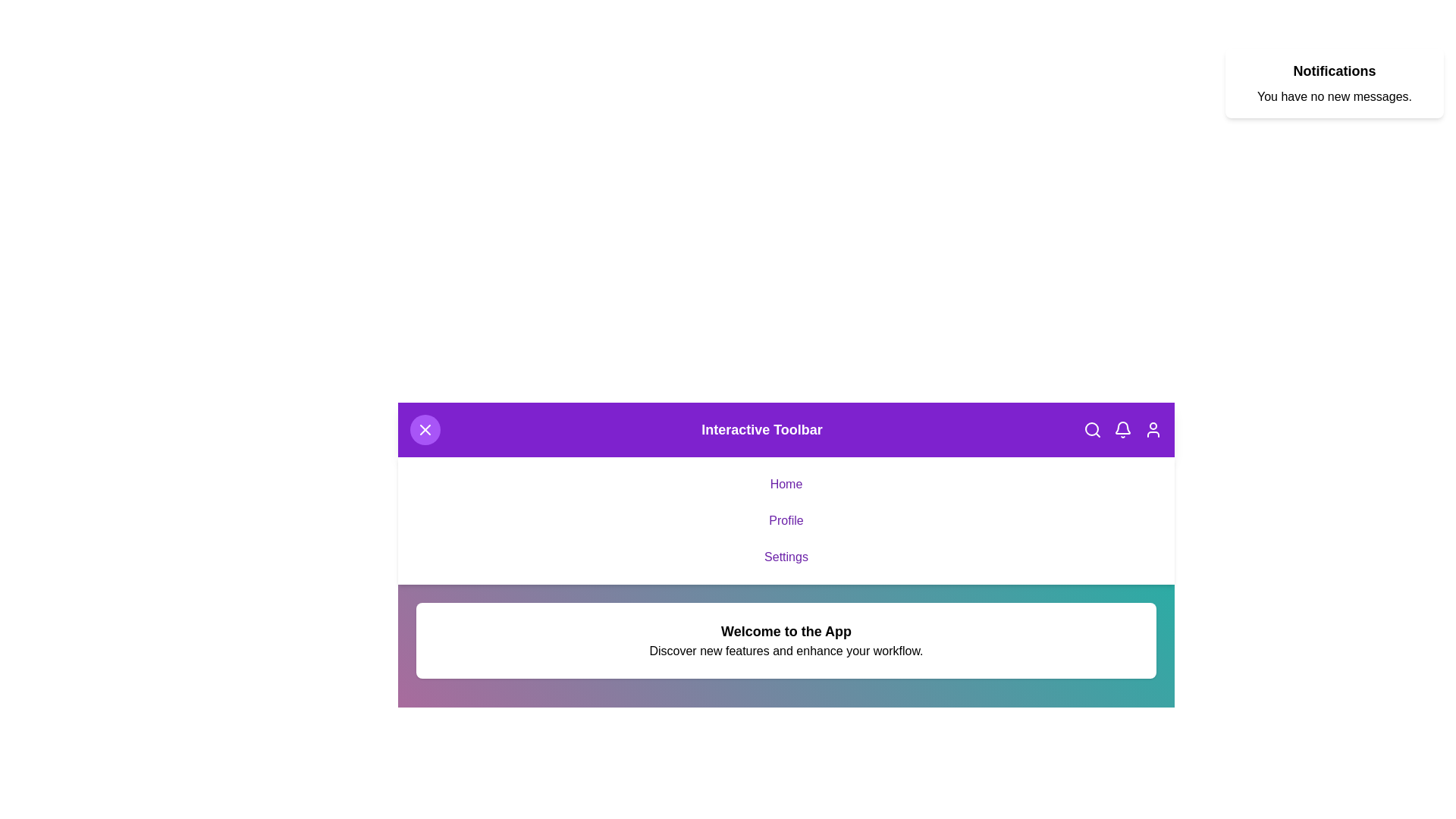  I want to click on the 'Home' link to navigate to the 'Home' section, so click(786, 485).